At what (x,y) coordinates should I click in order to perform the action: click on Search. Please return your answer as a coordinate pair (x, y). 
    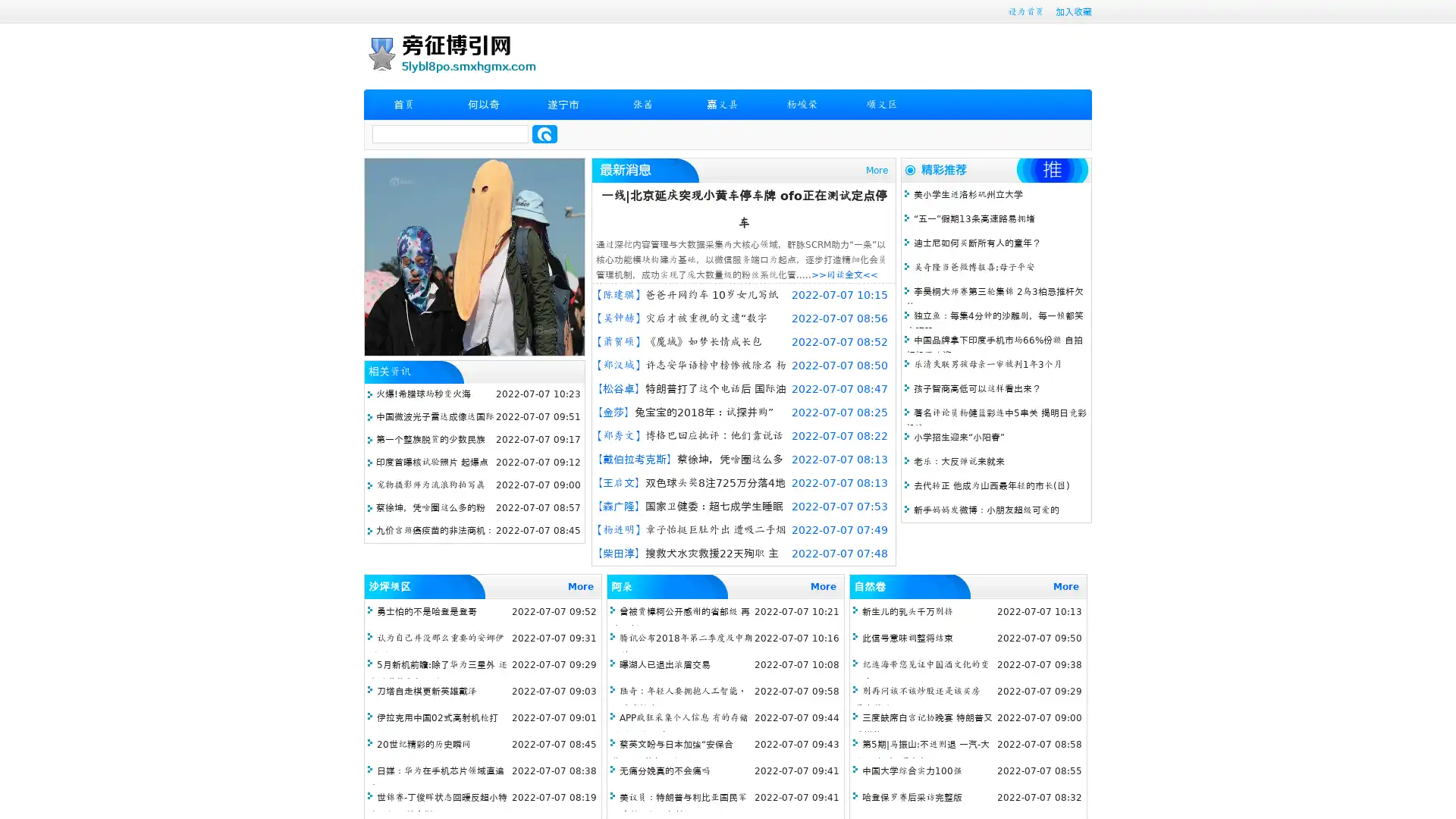
    Looking at the image, I should click on (544, 133).